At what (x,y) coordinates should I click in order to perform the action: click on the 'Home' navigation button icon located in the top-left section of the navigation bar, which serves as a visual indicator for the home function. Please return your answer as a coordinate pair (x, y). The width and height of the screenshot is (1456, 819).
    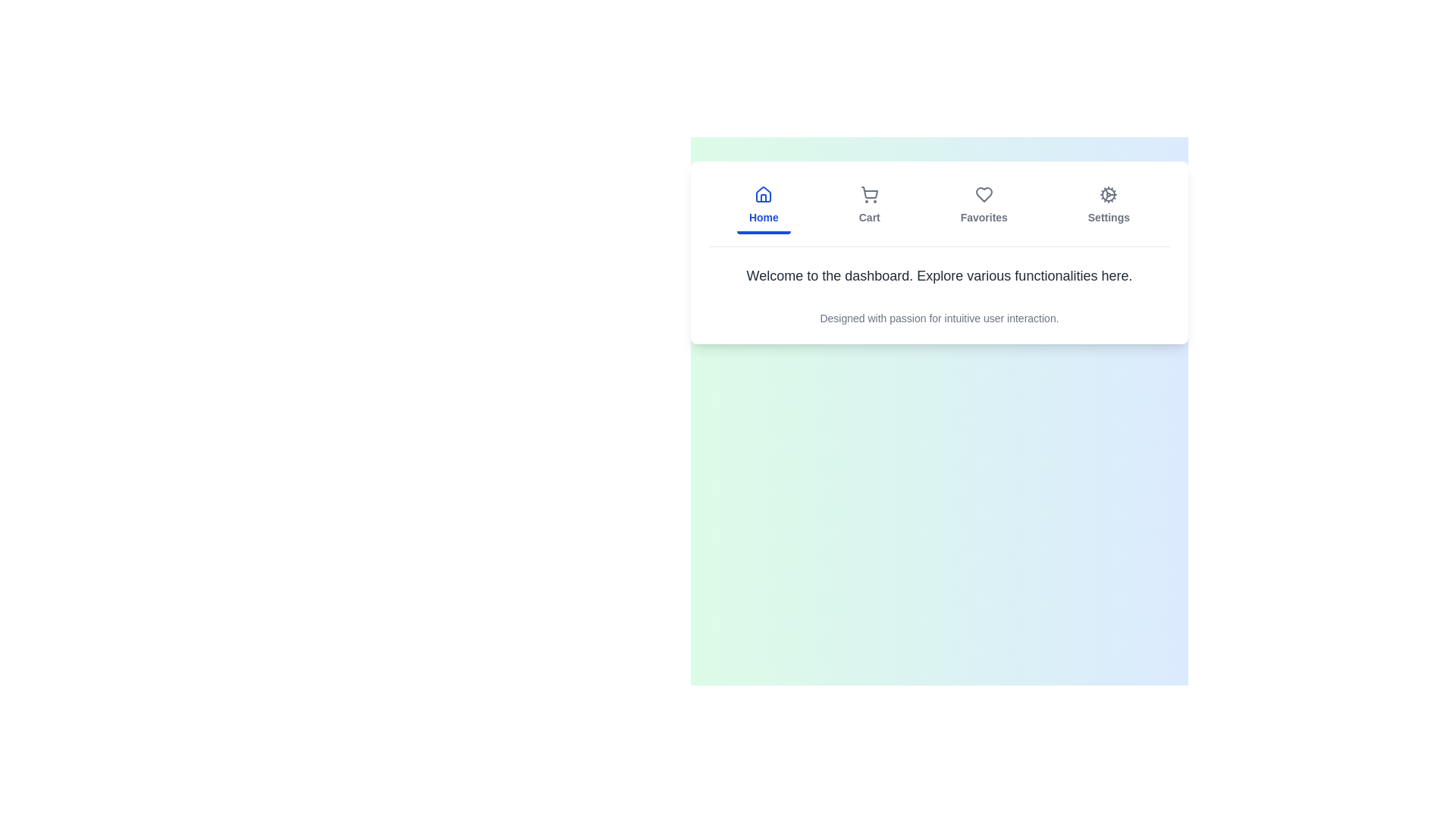
    Looking at the image, I should click on (764, 194).